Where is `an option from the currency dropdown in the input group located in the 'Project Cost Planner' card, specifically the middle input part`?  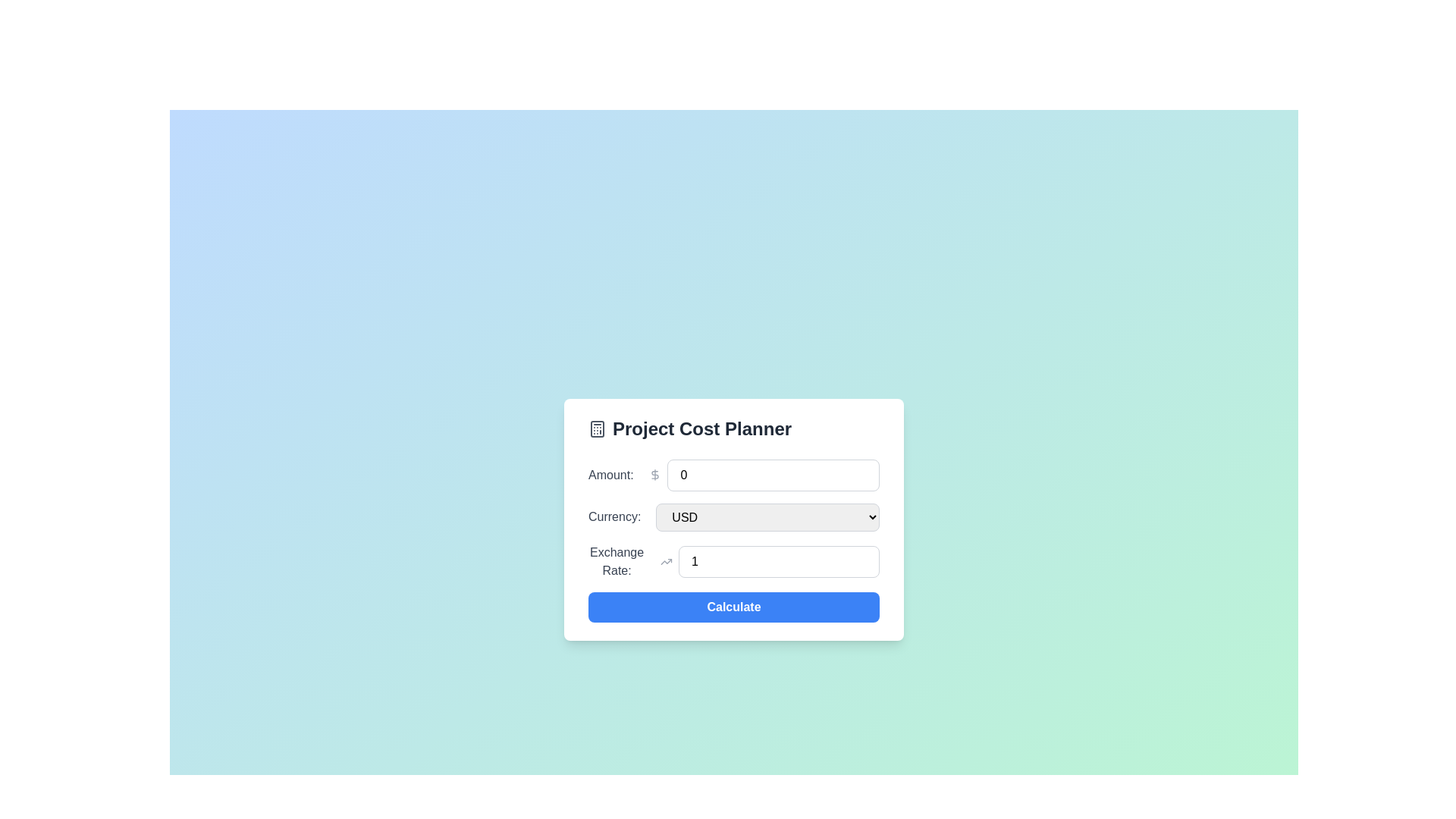
an option from the currency dropdown in the input group located in the 'Project Cost Planner' card, specifically the middle input part is located at coordinates (734, 519).